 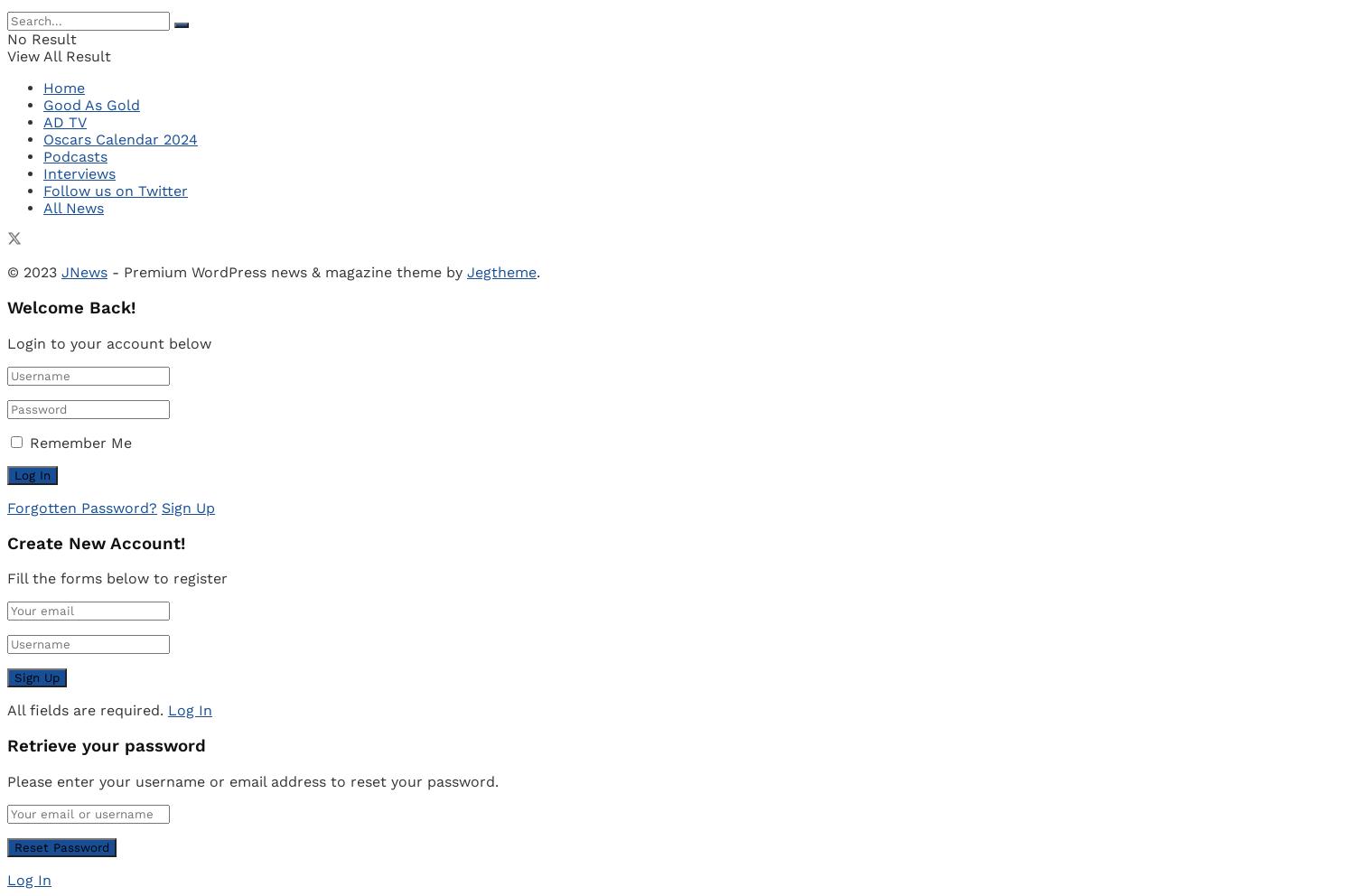 I want to click on 'Please enter your username or email address to reset your password.', so click(x=253, y=779).